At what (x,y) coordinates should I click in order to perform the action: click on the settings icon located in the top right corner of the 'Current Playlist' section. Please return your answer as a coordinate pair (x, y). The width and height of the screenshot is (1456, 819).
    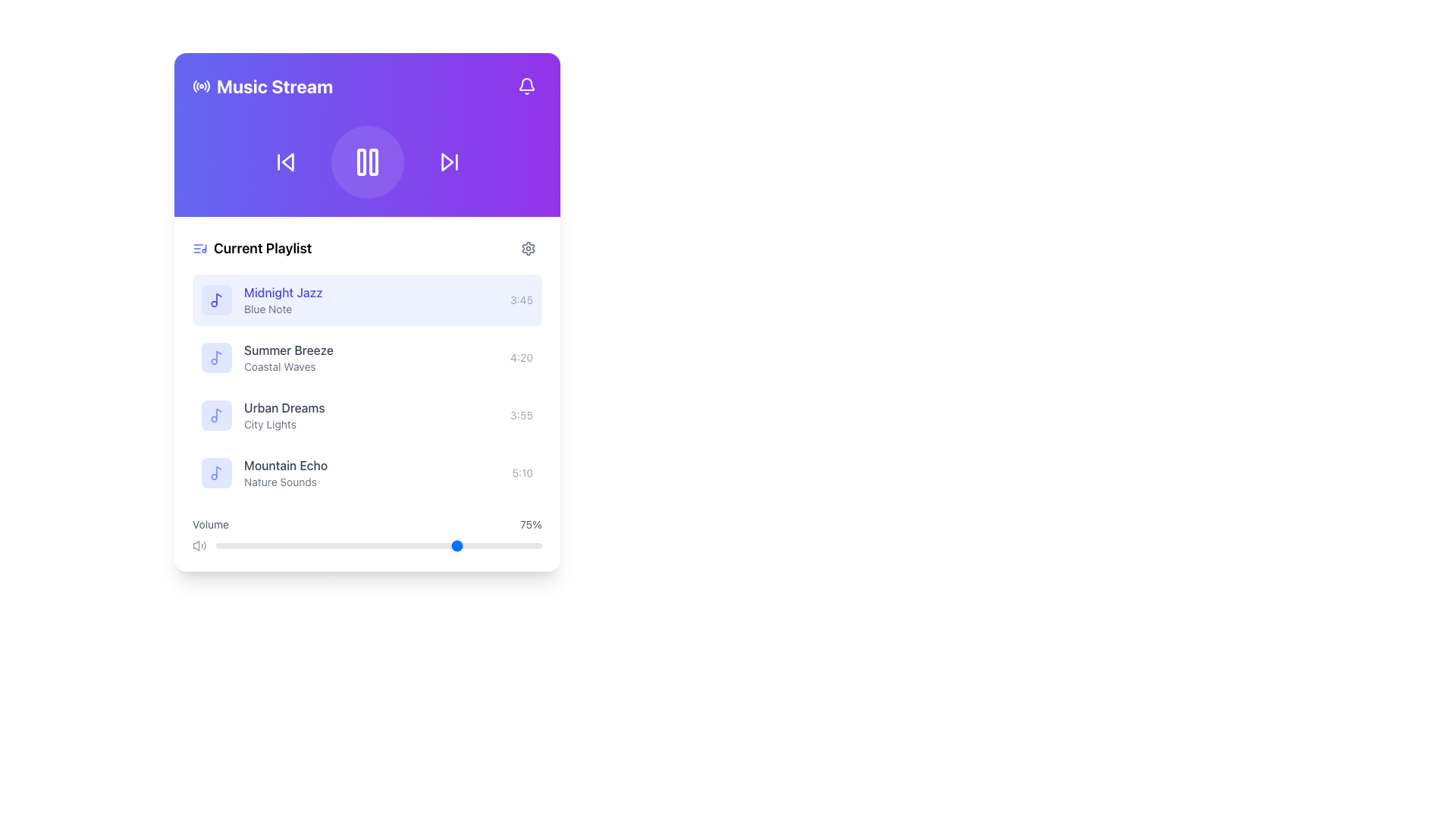
    Looking at the image, I should click on (528, 247).